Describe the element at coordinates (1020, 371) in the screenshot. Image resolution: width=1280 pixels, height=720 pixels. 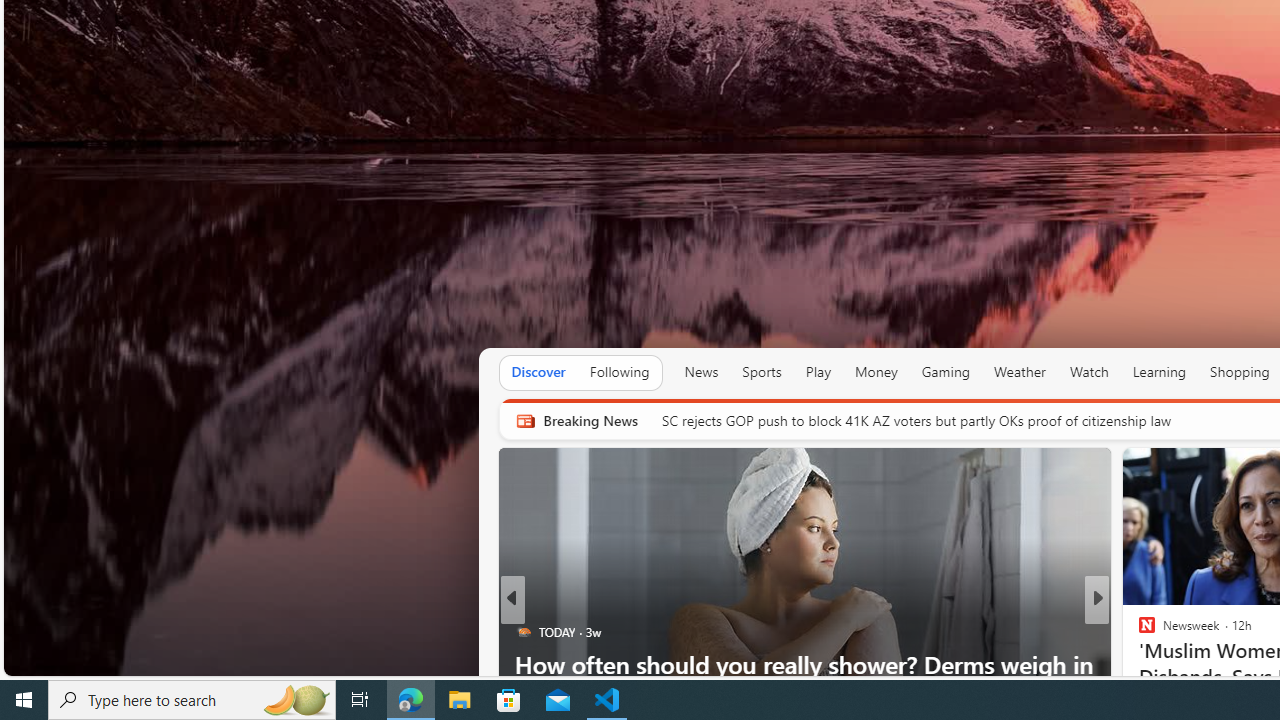
I see `'Weather'` at that location.